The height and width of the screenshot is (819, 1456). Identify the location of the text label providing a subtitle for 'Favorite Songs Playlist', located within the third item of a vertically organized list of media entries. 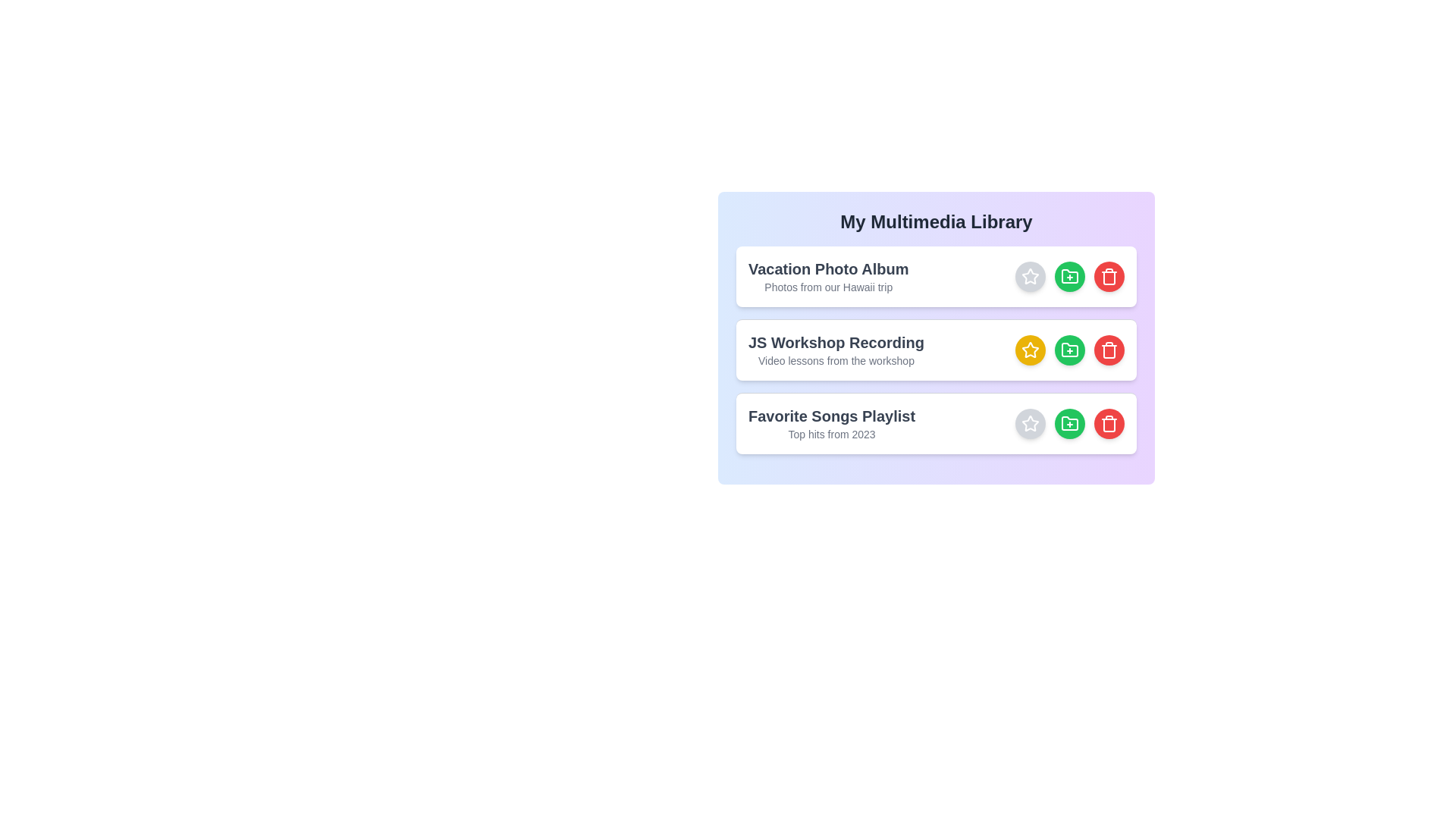
(831, 435).